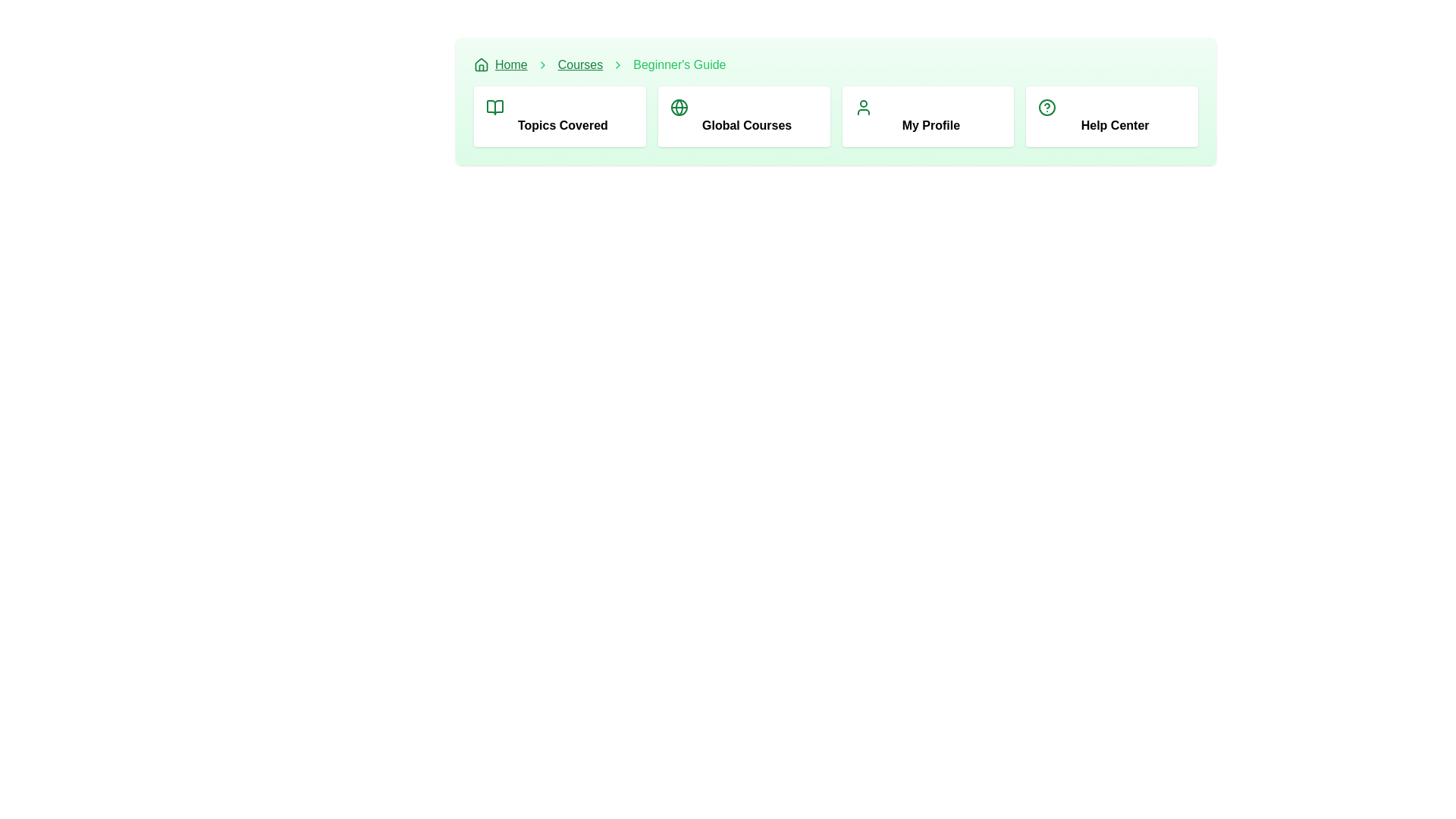 Image resolution: width=1456 pixels, height=819 pixels. Describe the element at coordinates (678, 107) in the screenshot. I see `attributes of the SVG circle element that represents the Earth in the 'Global Courses' icon, located in the second block of the upper section of the interface` at that location.